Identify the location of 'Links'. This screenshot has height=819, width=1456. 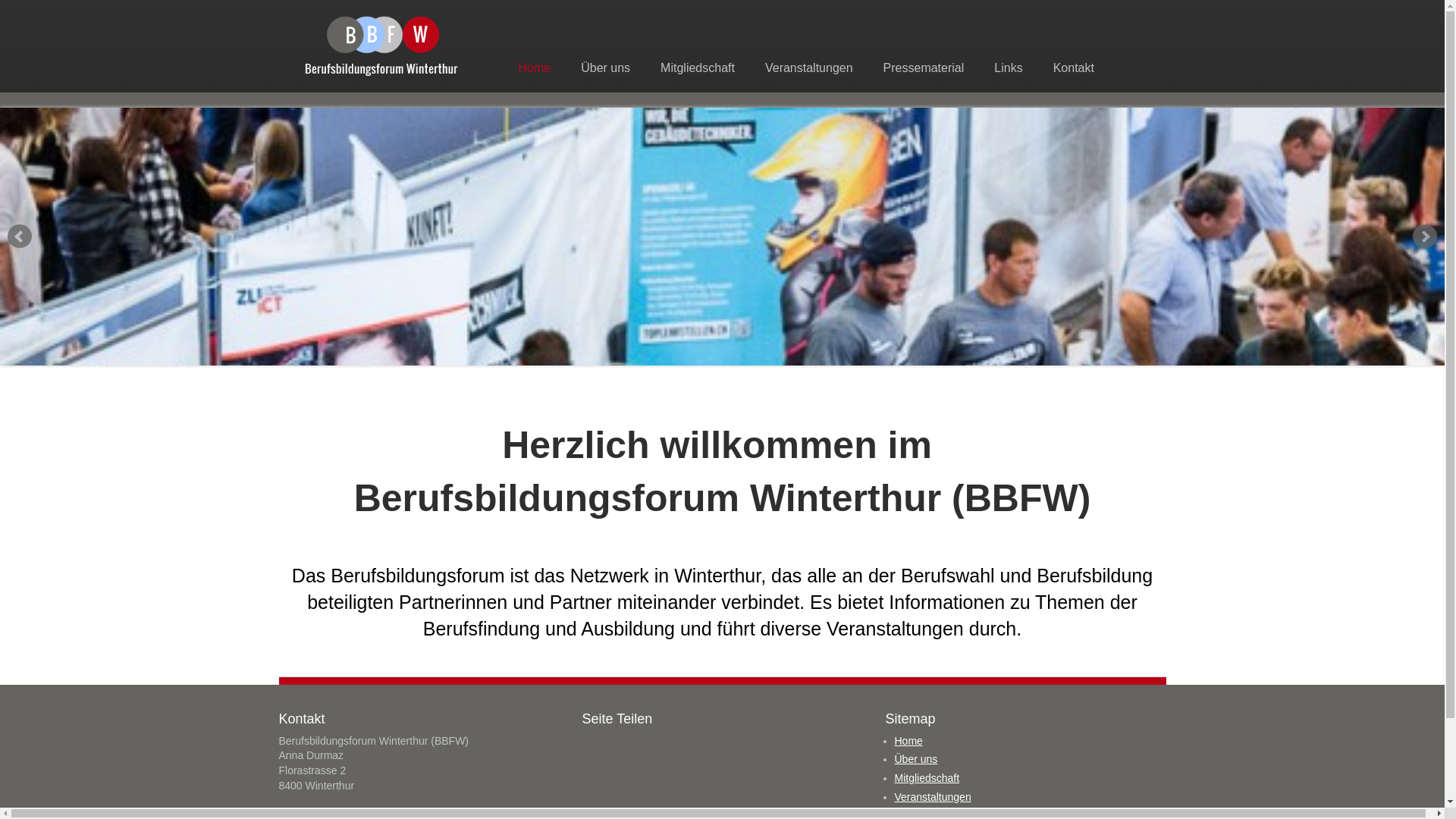
(1008, 67).